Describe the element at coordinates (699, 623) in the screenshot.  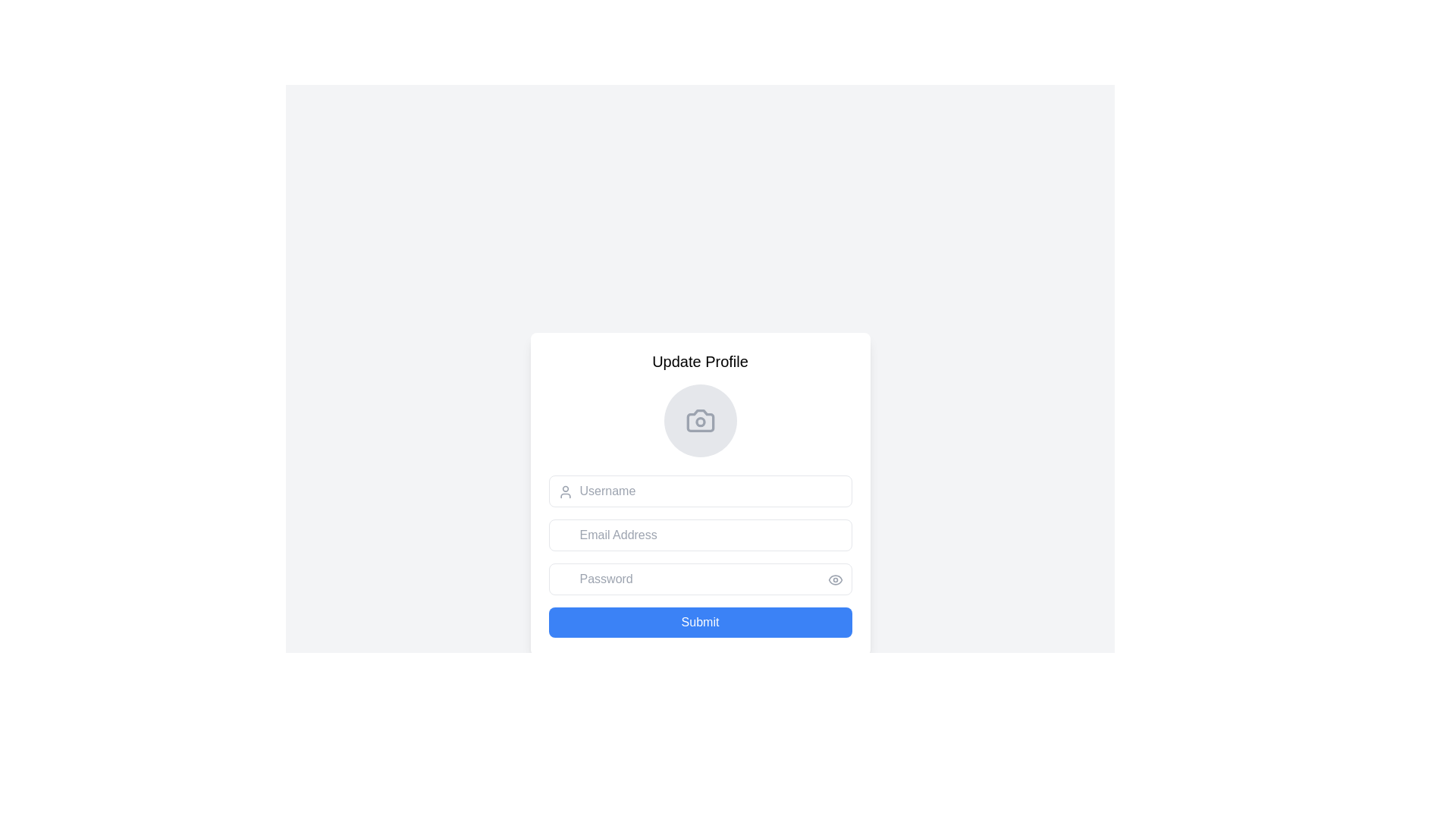
I see `the blue rectangular 'Submit' button with rounded corners located at the bottom of the 'Update Profile' panel to trigger its hover state` at that location.